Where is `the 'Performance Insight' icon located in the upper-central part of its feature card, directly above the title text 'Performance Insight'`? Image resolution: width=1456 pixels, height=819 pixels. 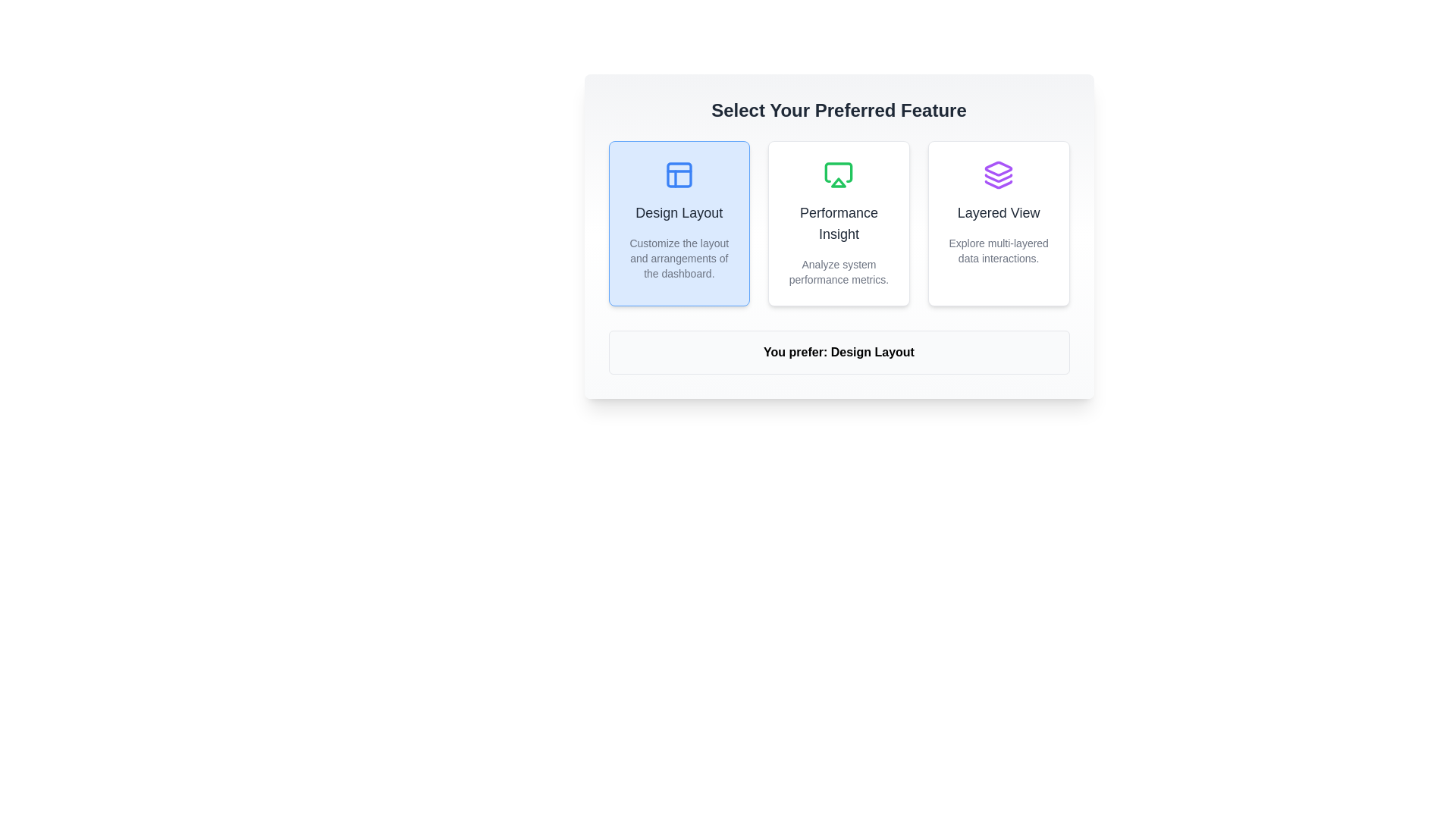 the 'Performance Insight' icon located in the upper-central part of its feature card, directly above the title text 'Performance Insight' is located at coordinates (838, 174).